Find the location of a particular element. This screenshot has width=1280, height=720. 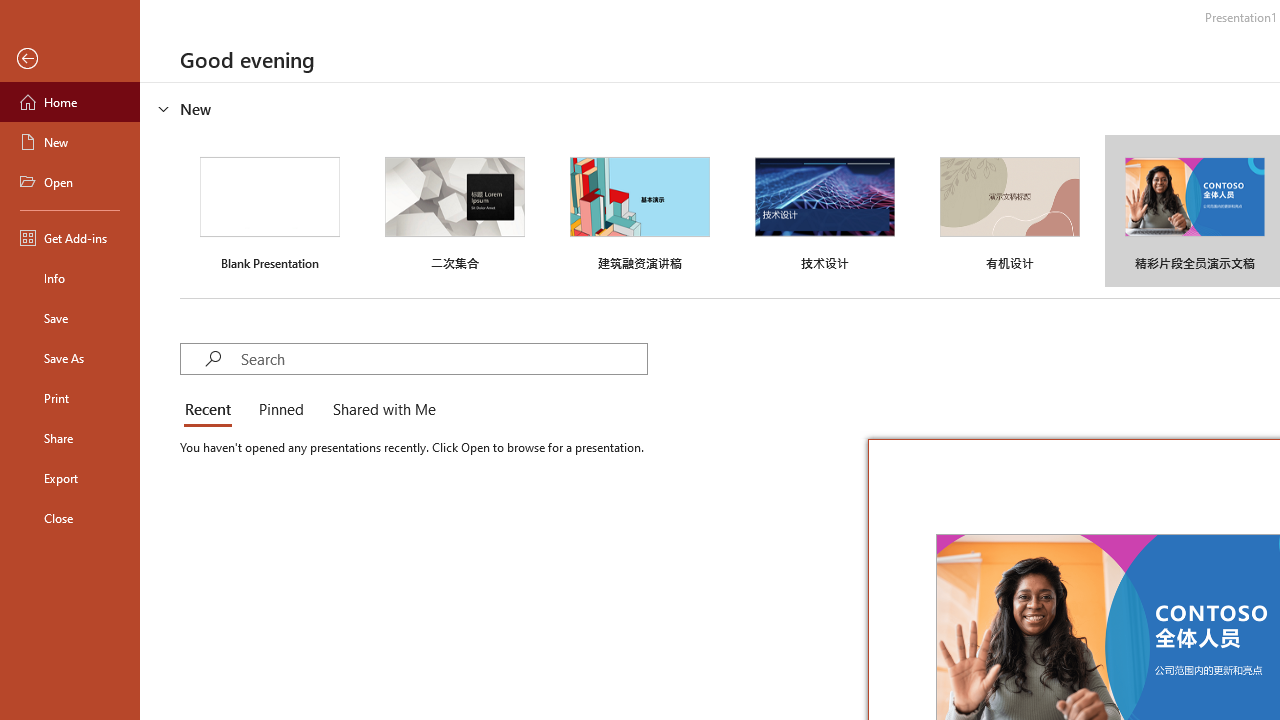

'Recent' is located at coordinates (212, 410).